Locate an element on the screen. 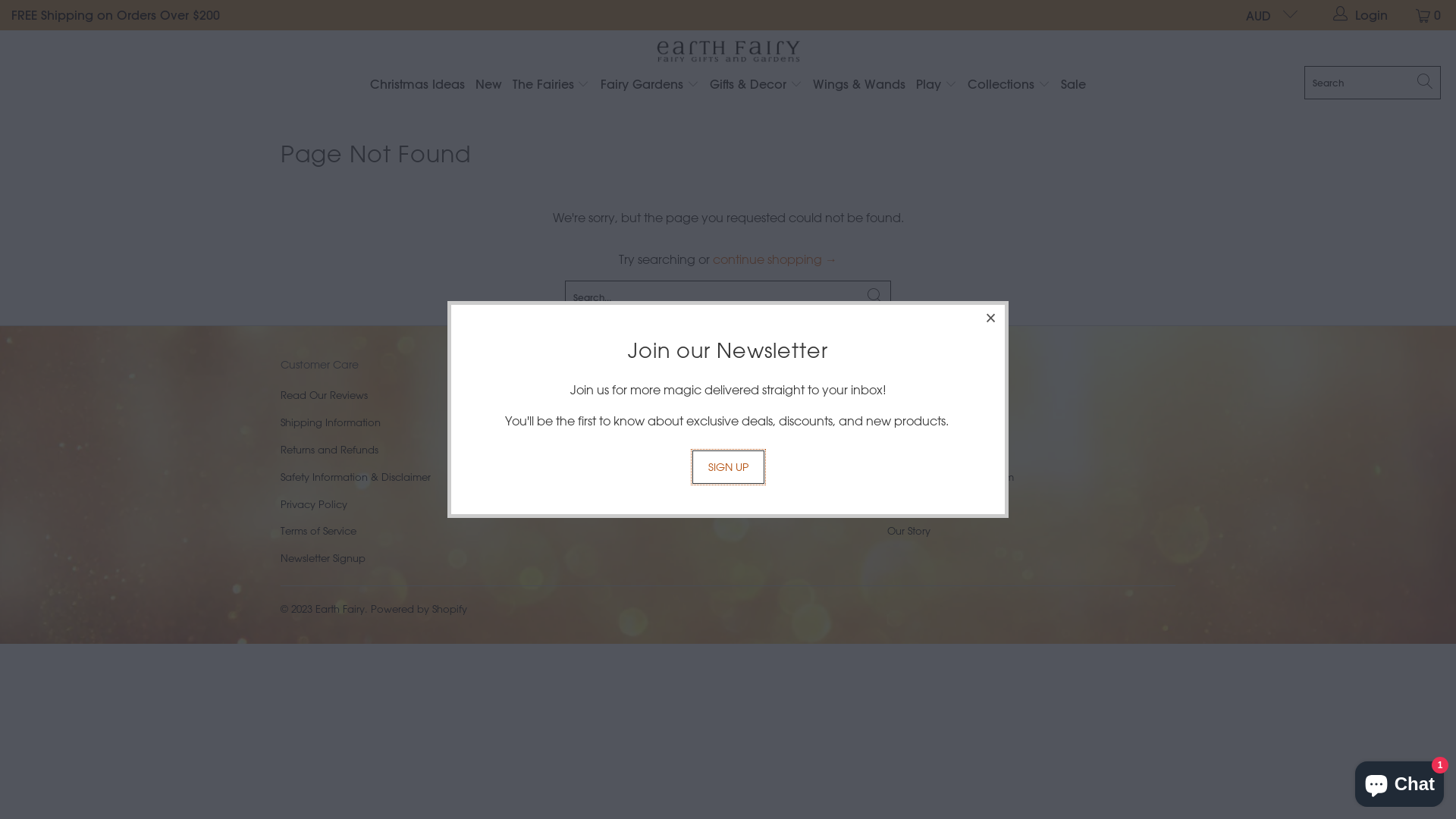 The height and width of the screenshot is (819, 1456). 'Collections' is located at coordinates (967, 85).